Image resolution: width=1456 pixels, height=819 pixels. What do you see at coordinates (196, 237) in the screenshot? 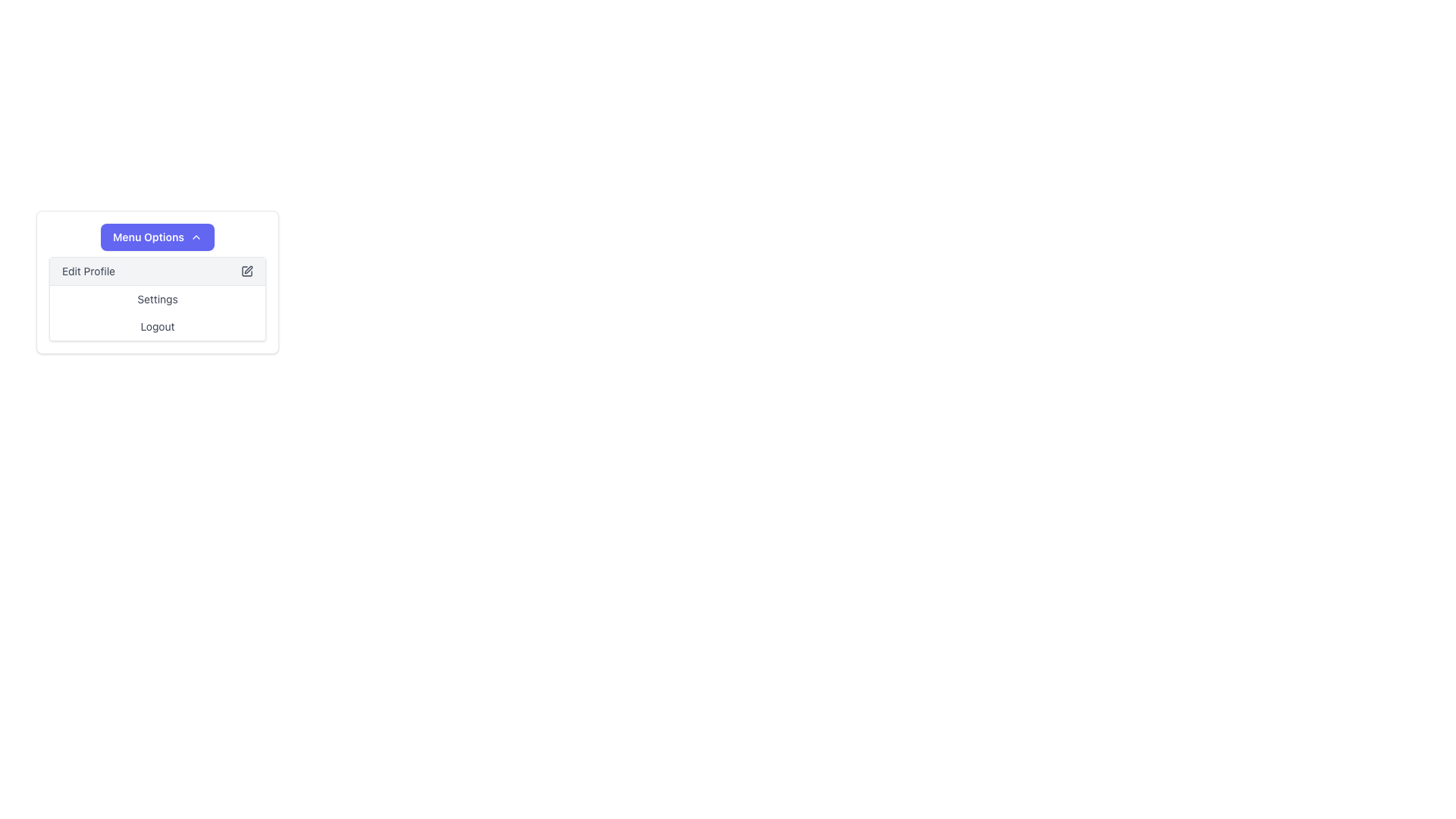
I see `the chevron icon pointing upwards, which is the rightmost component of the 'Menu Options' button` at bounding box center [196, 237].